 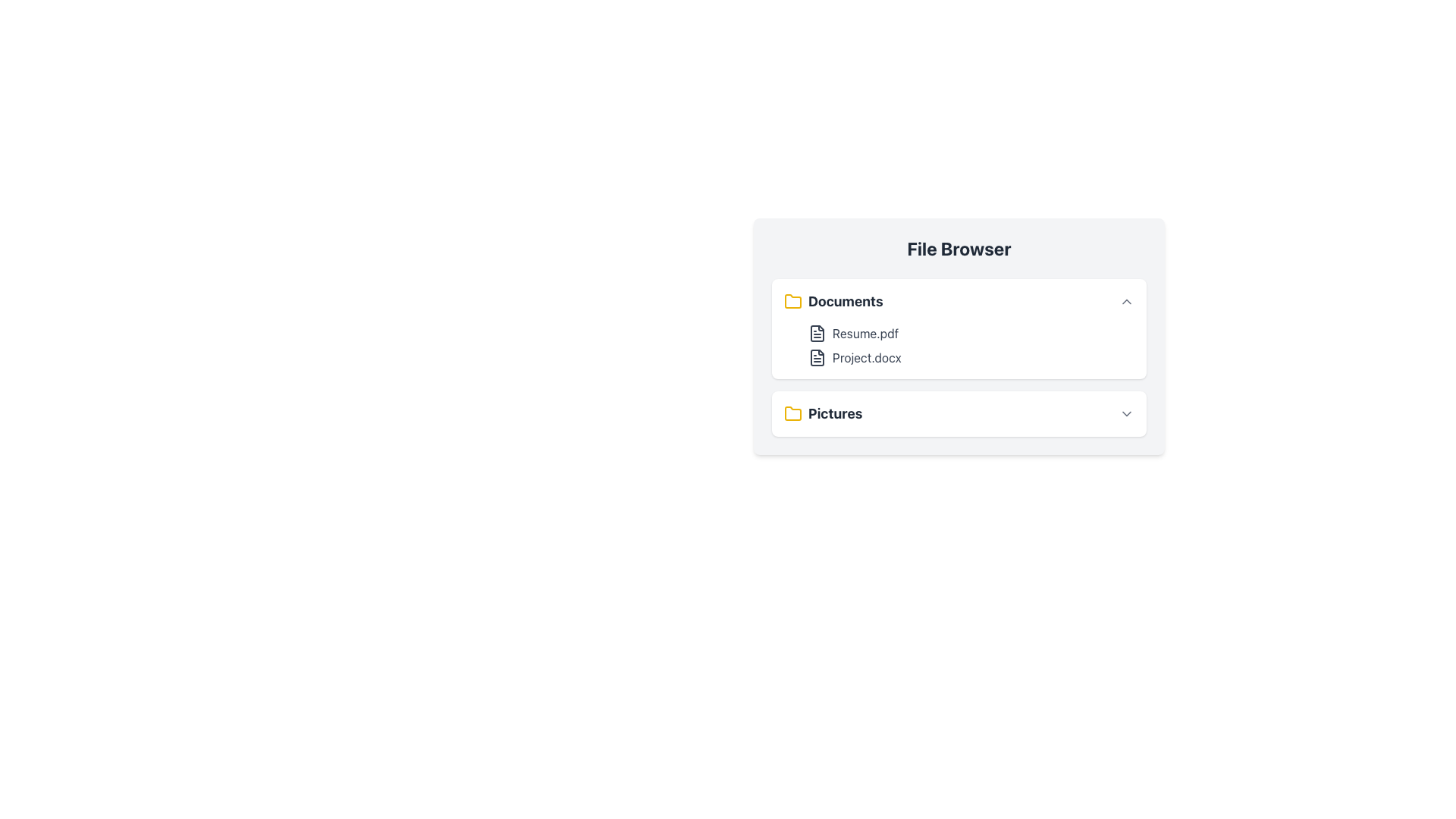 I want to click on the decorative document file icon located in the 'File Browser' section next to the 'Project.docx' text, so click(x=817, y=332).